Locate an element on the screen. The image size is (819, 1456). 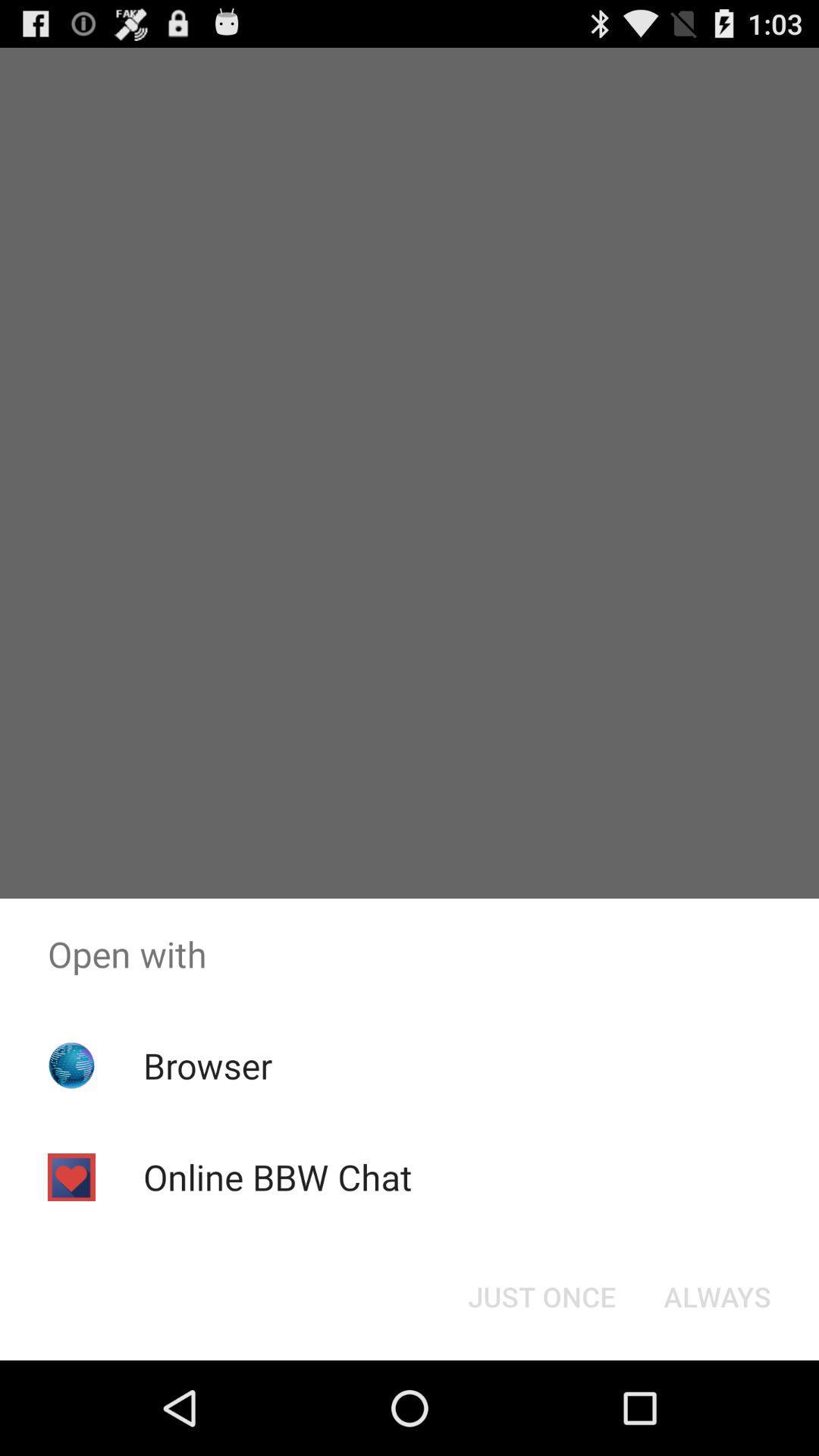
the app above online bbw chat icon is located at coordinates (208, 1065).